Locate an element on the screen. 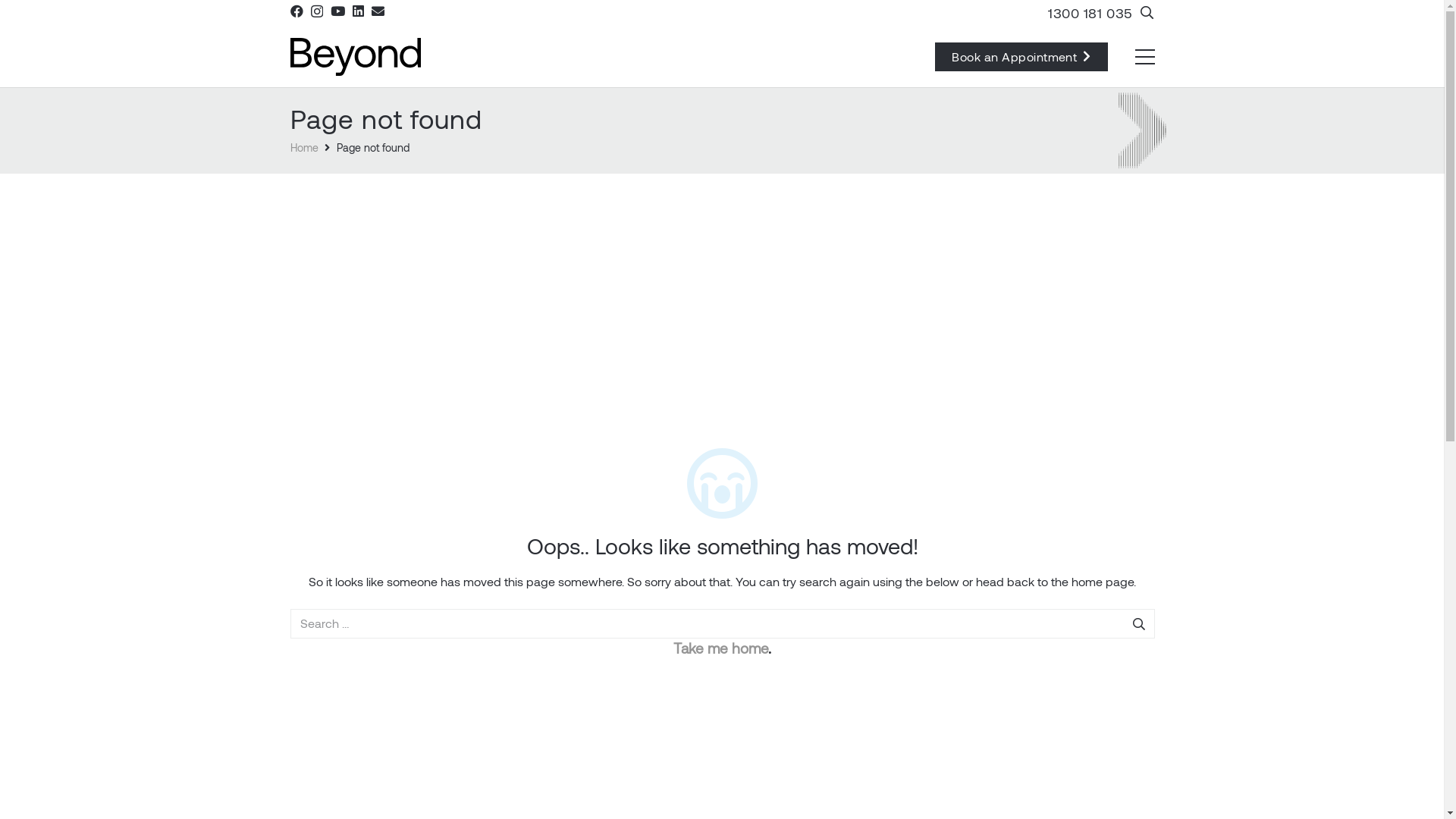 This screenshot has height=819, width=1456. 'See Our Locations' is located at coordinates (827, 629).